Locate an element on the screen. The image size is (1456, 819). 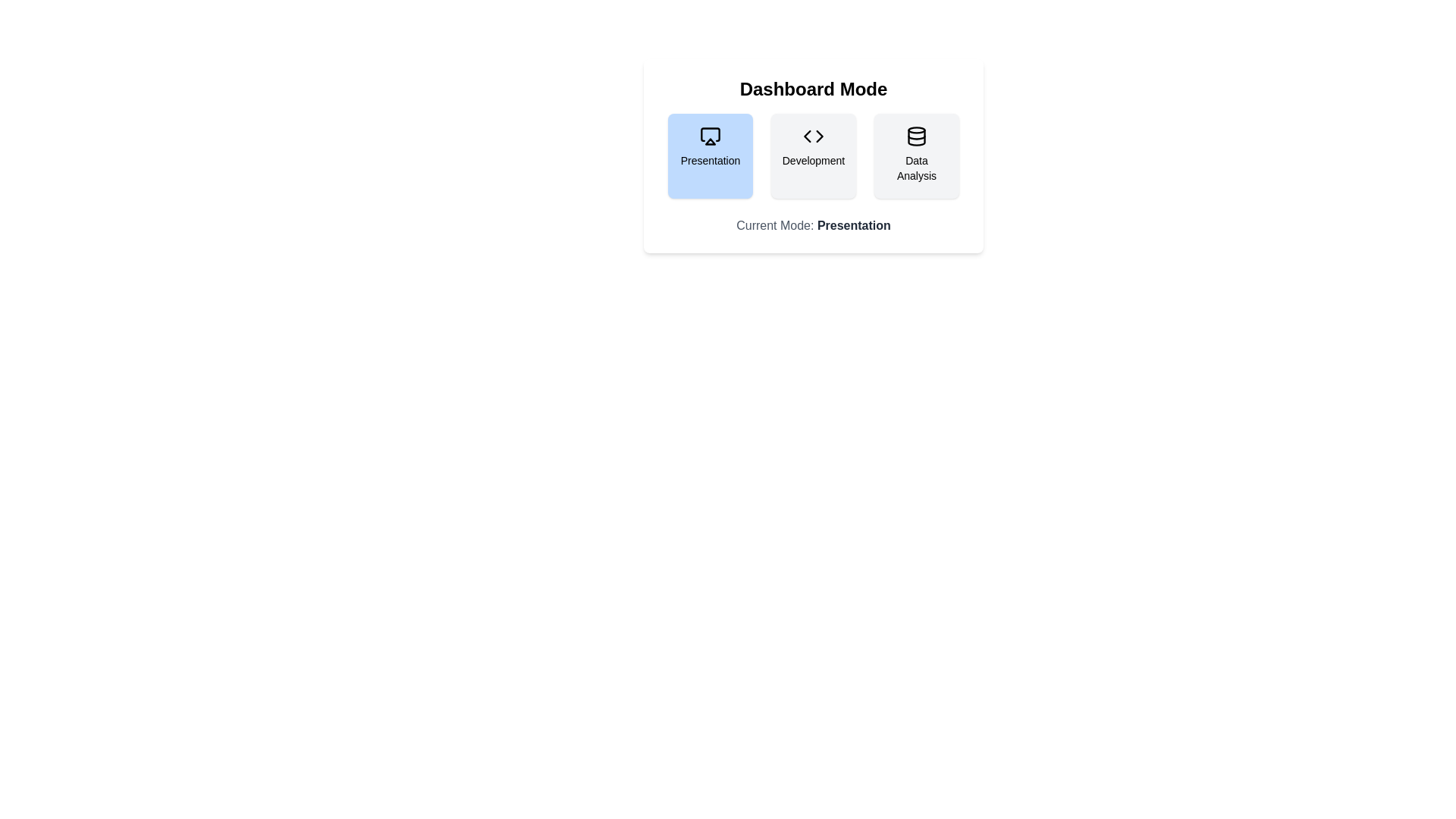
the mode button labeled Development to observe its hover effect is located at coordinates (813, 155).